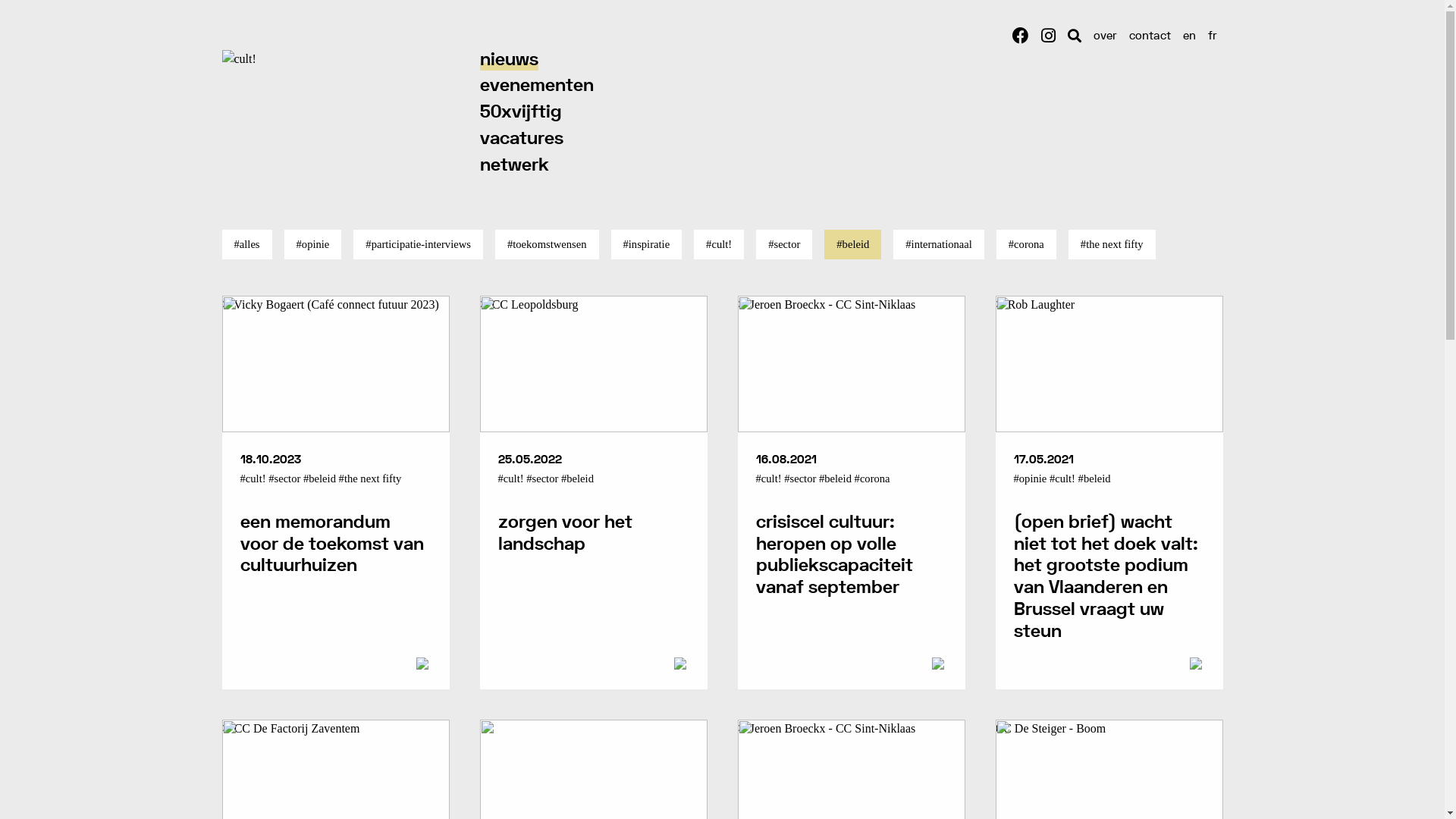 Image resolution: width=1456 pixels, height=819 pixels. I want to click on 'fr', so click(1211, 36).